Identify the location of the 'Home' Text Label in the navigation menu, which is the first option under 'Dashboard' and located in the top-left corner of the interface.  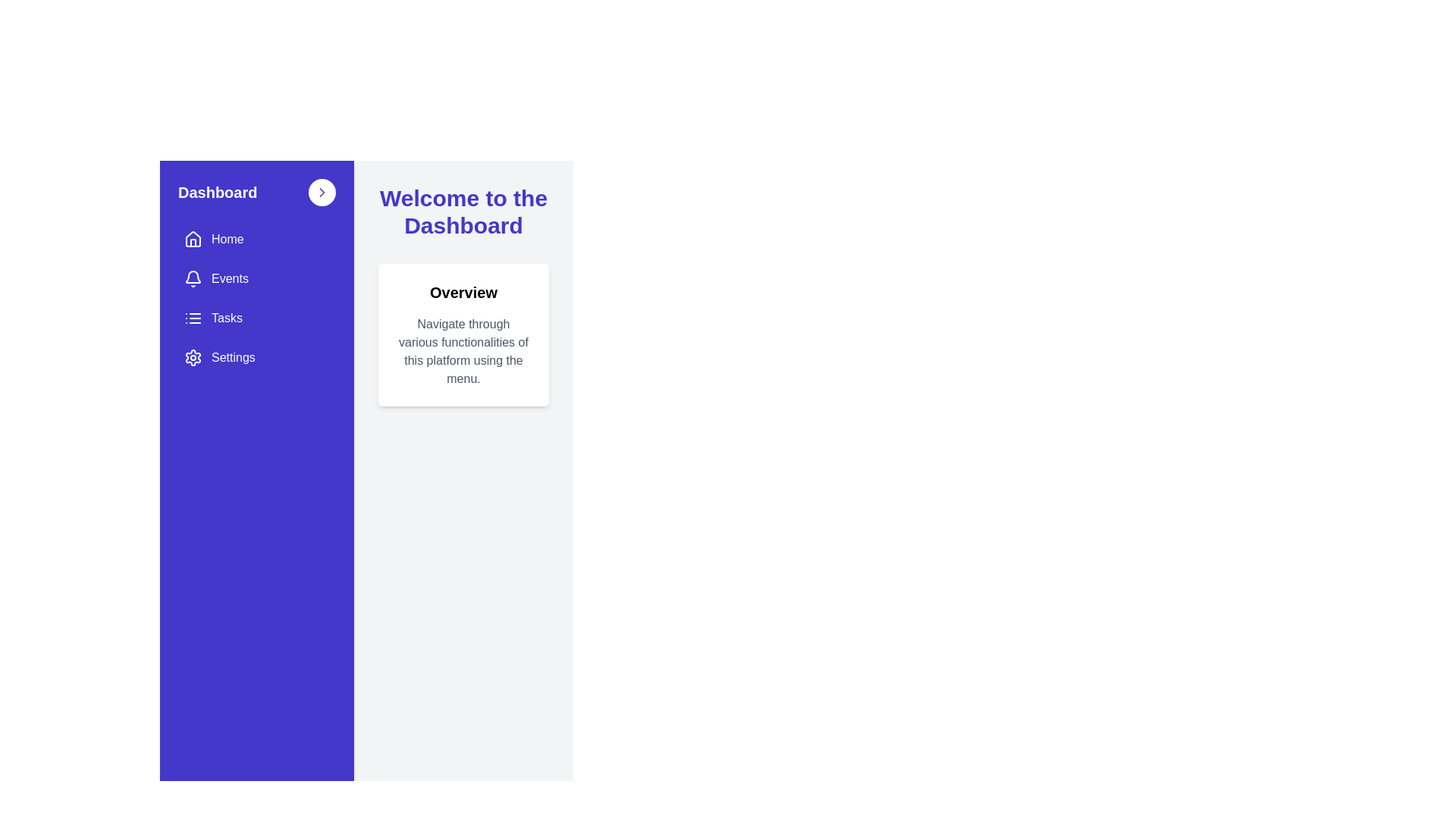
(227, 239).